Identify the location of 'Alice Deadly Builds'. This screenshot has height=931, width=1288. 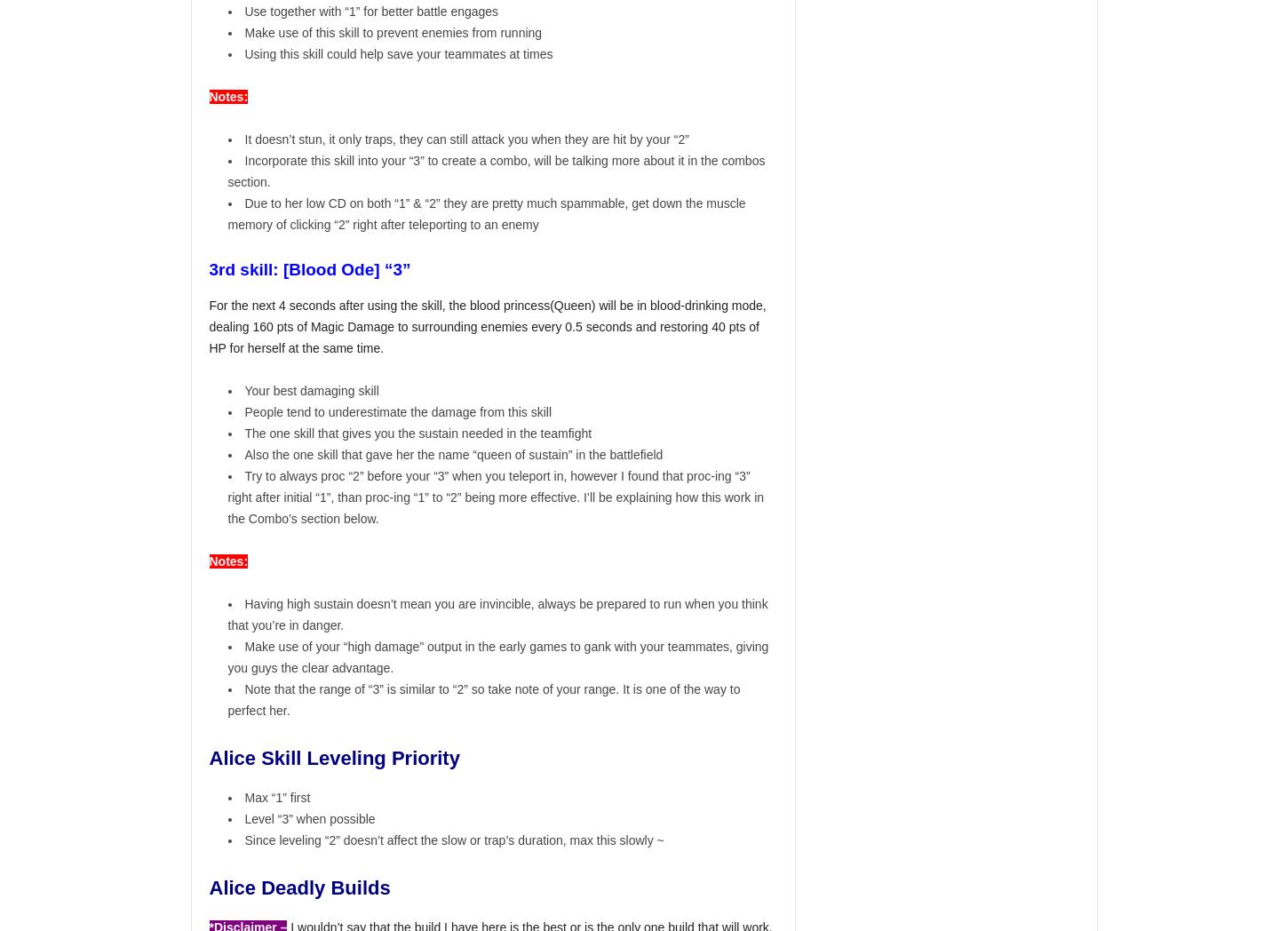
(301, 887).